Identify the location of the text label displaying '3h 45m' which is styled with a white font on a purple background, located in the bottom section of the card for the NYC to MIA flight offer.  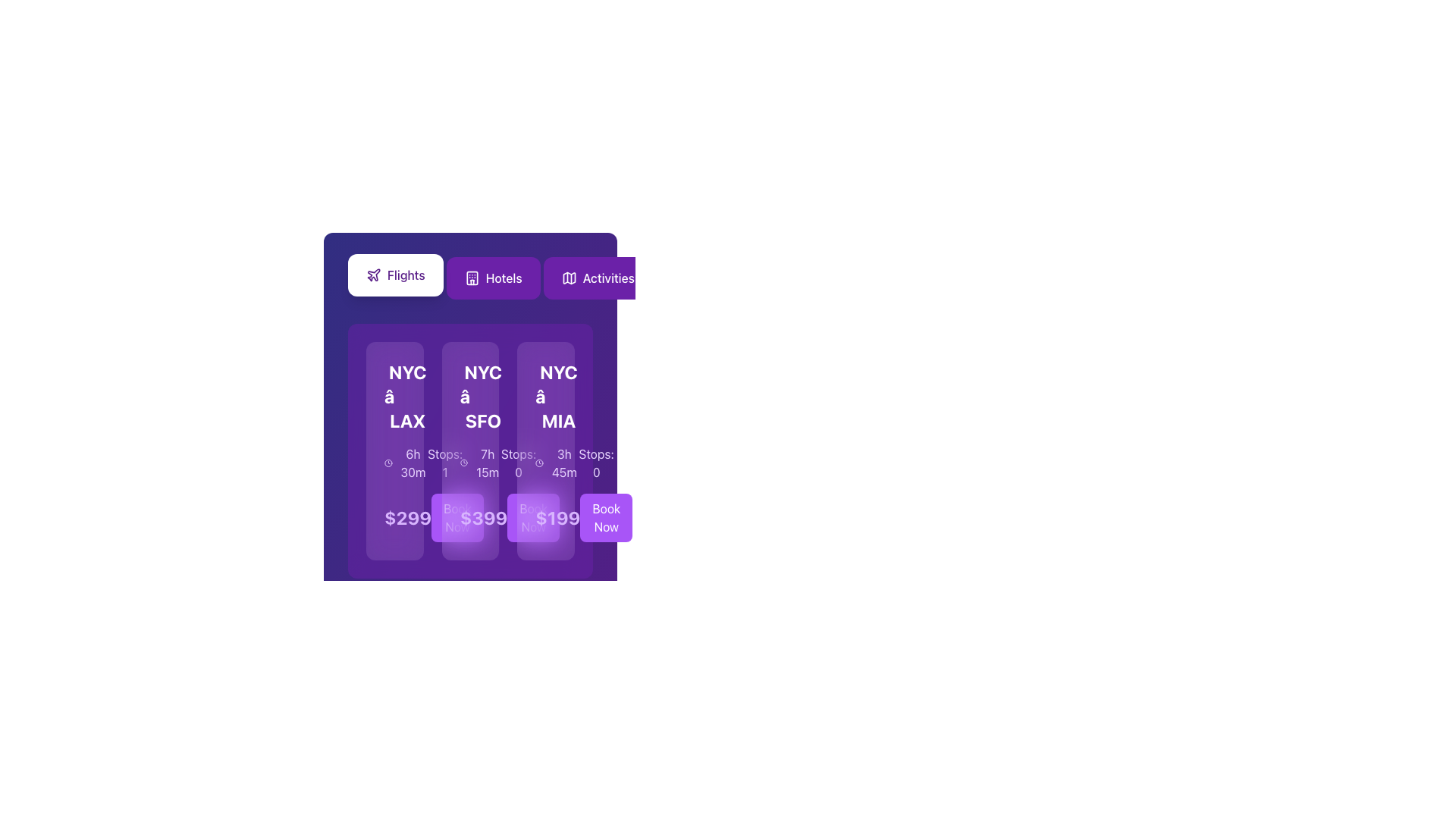
(563, 462).